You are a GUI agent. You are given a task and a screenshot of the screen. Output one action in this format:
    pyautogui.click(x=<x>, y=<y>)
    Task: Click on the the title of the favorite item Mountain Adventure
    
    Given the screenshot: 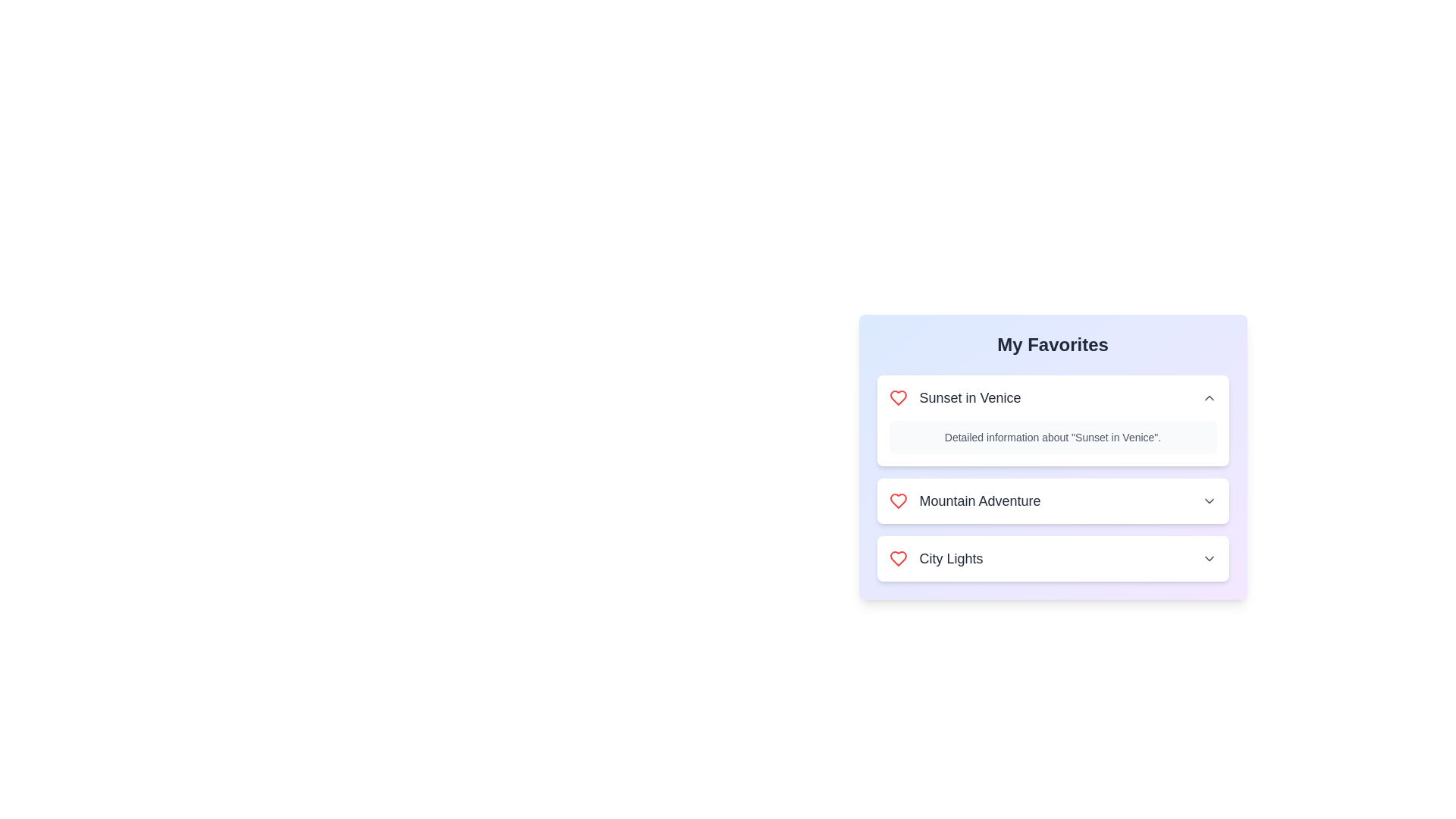 What is the action you would take?
    pyautogui.click(x=964, y=500)
    